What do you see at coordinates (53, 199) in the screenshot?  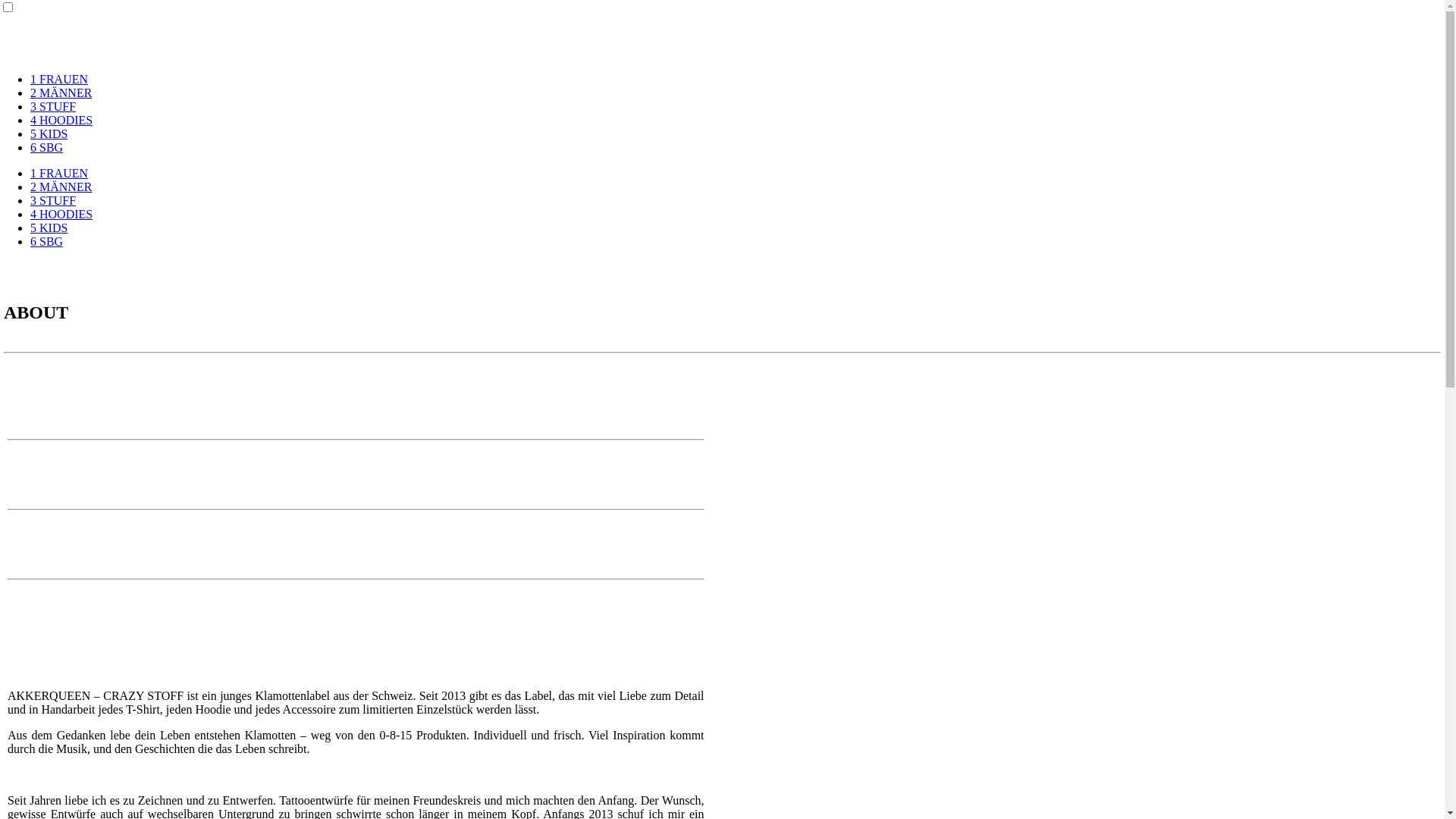 I see `'3 STUFF'` at bounding box center [53, 199].